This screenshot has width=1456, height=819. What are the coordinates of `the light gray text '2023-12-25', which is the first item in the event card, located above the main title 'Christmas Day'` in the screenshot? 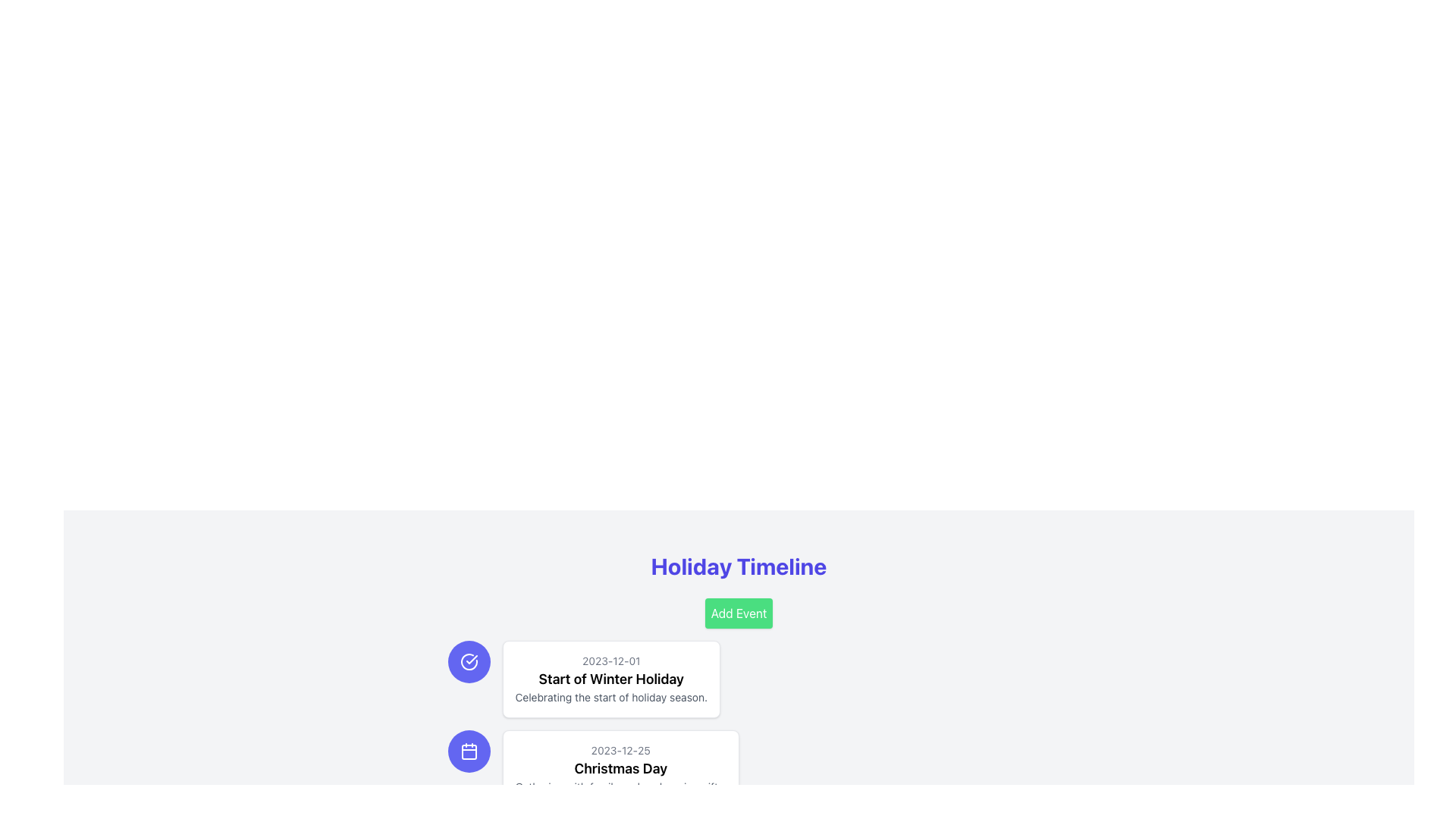 It's located at (620, 751).